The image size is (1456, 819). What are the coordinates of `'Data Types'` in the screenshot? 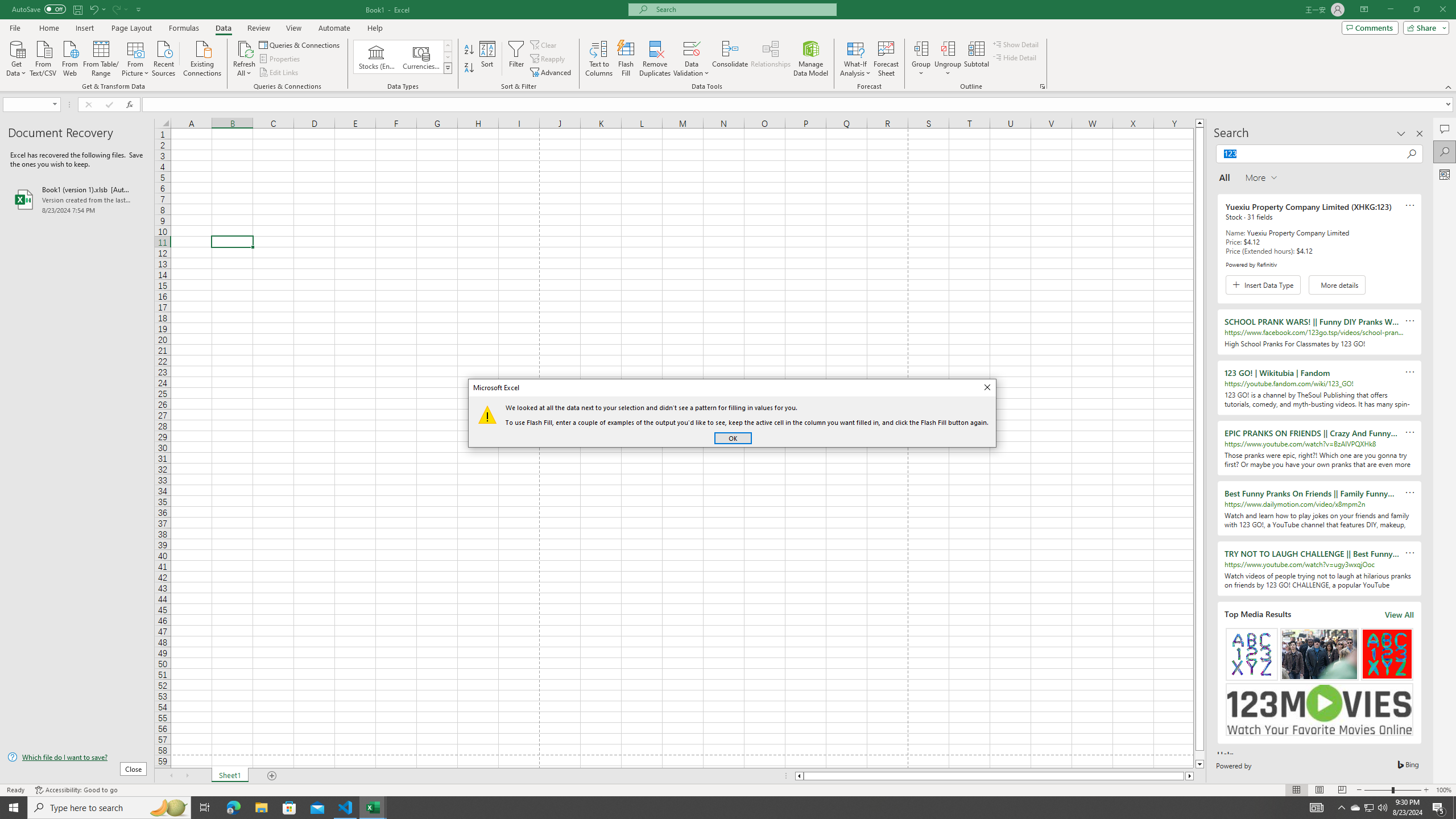 It's located at (448, 67).